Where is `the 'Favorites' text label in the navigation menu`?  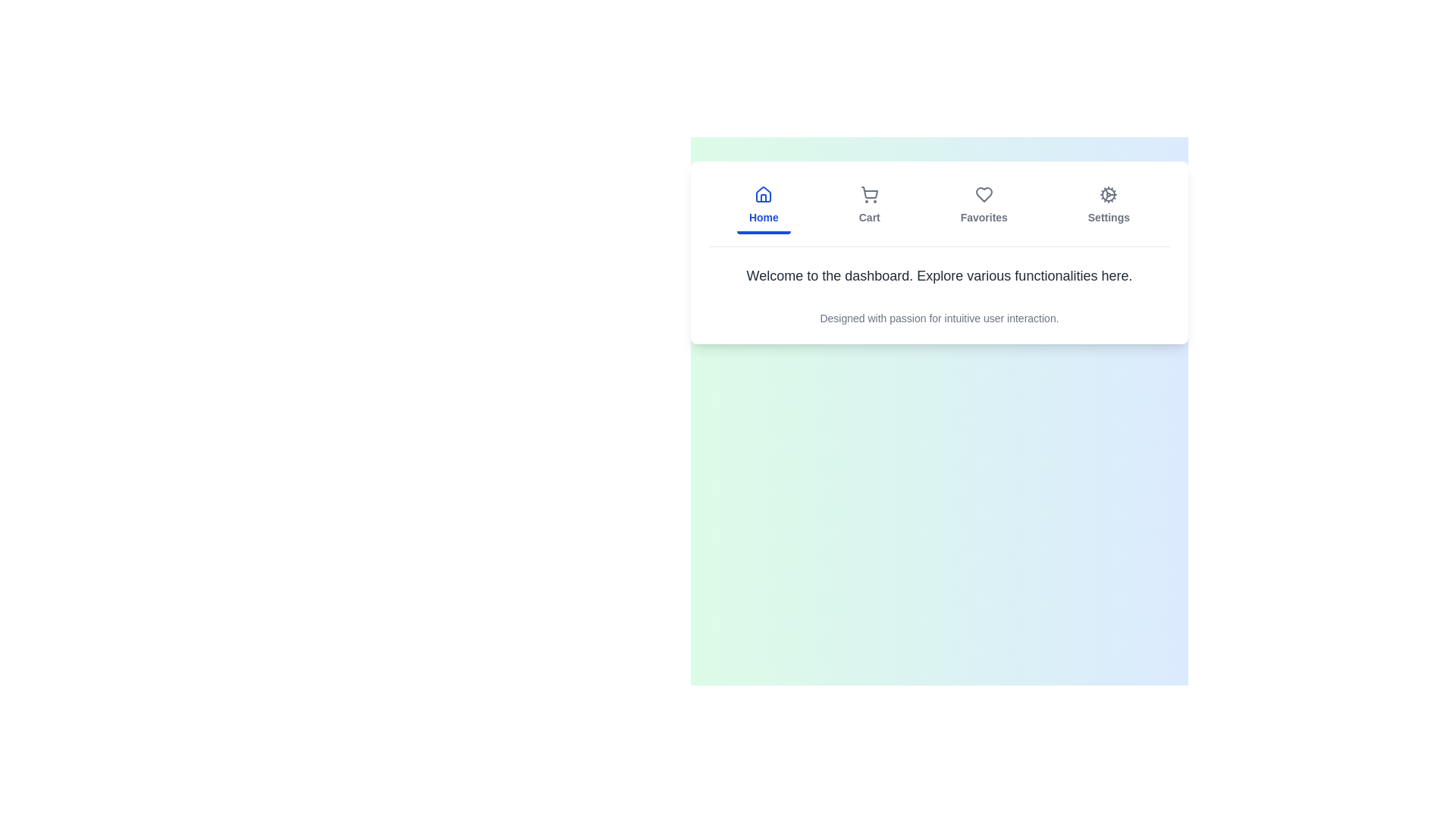 the 'Favorites' text label in the navigation menu is located at coordinates (984, 217).